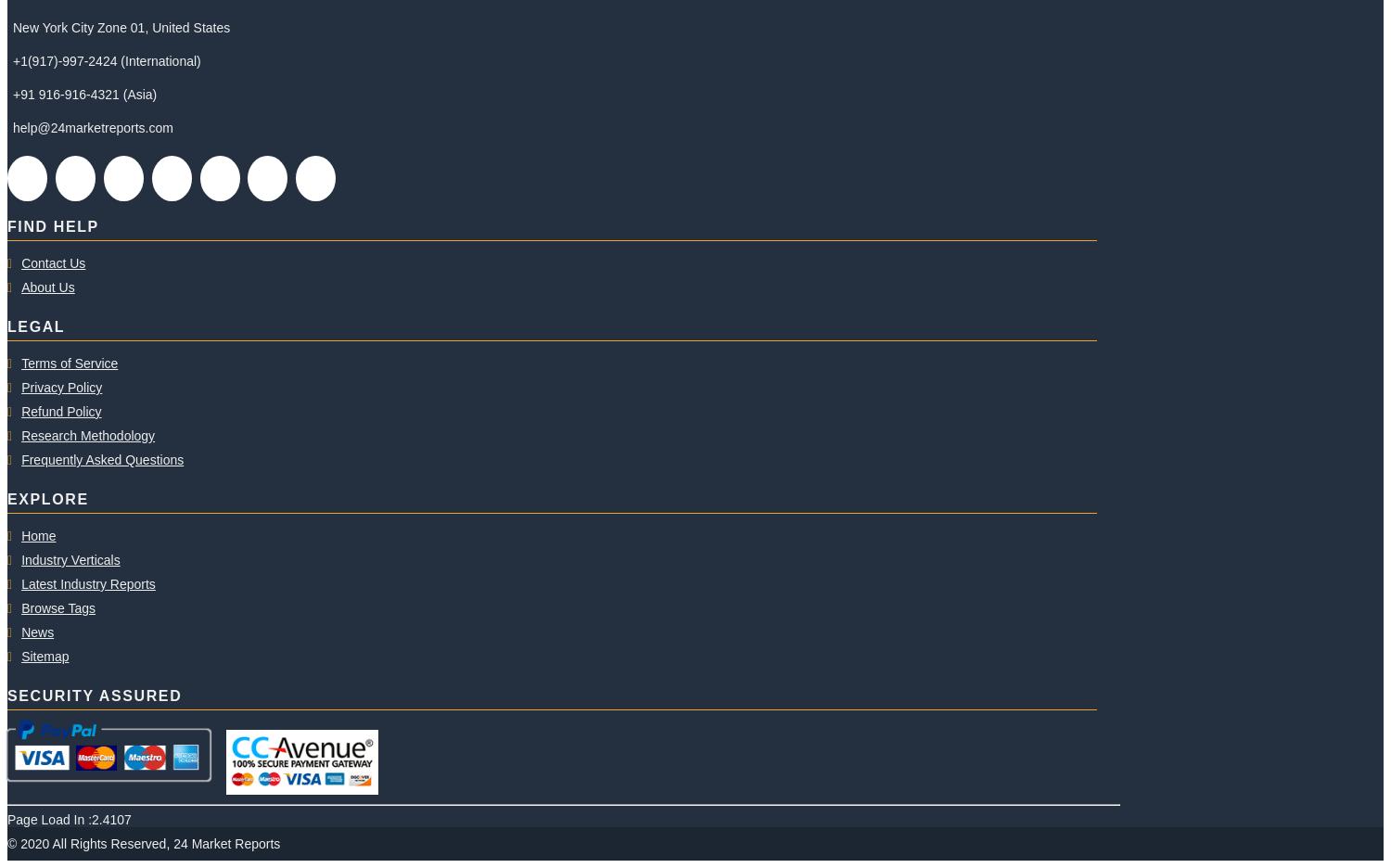  Describe the element at coordinates (57, 607) in the screenshot. I see `'Browse Tags'` at that location.